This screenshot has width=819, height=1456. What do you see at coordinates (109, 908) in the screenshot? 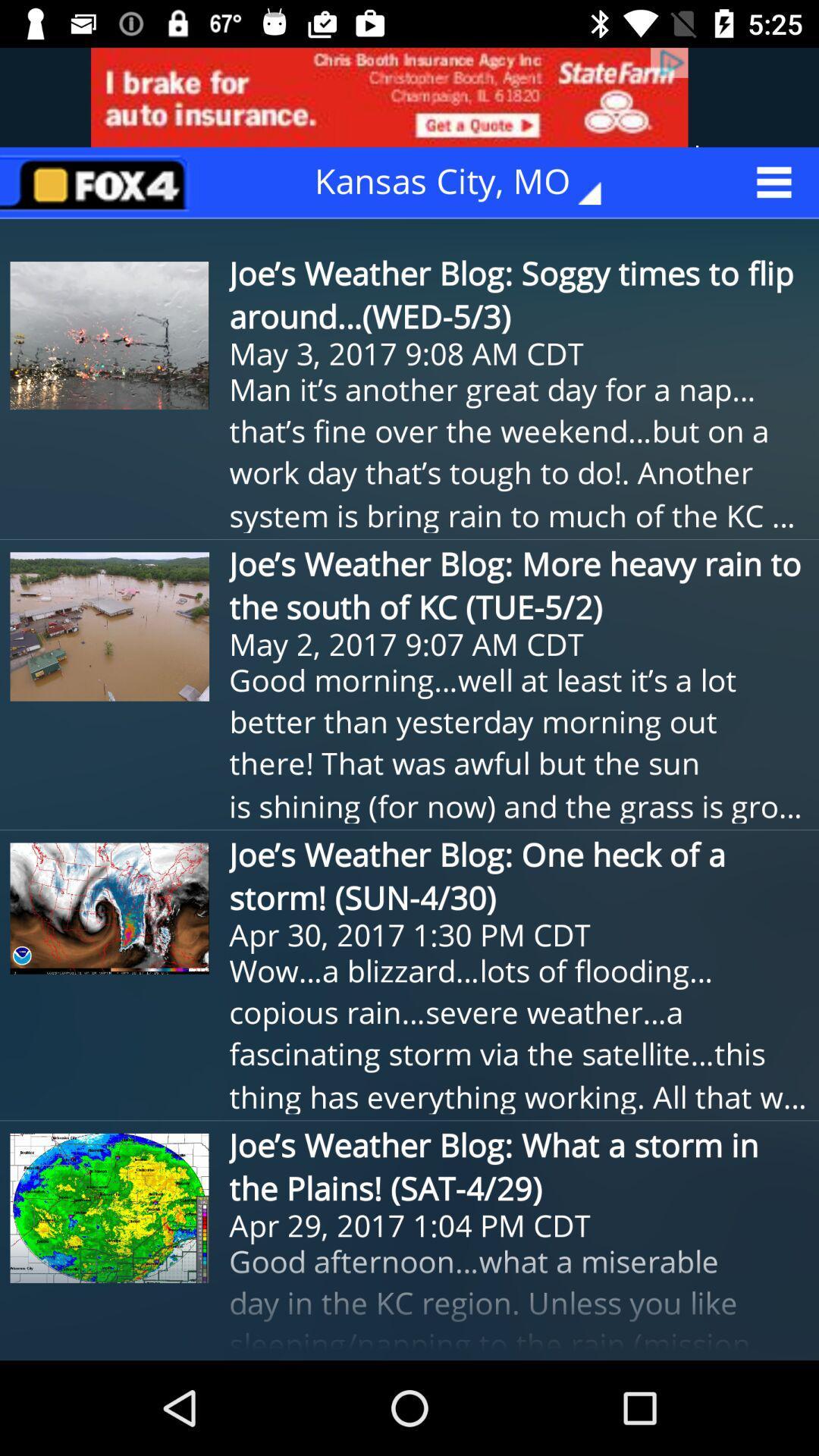
I see `the third image from the top` at bounding box center [109, 908].